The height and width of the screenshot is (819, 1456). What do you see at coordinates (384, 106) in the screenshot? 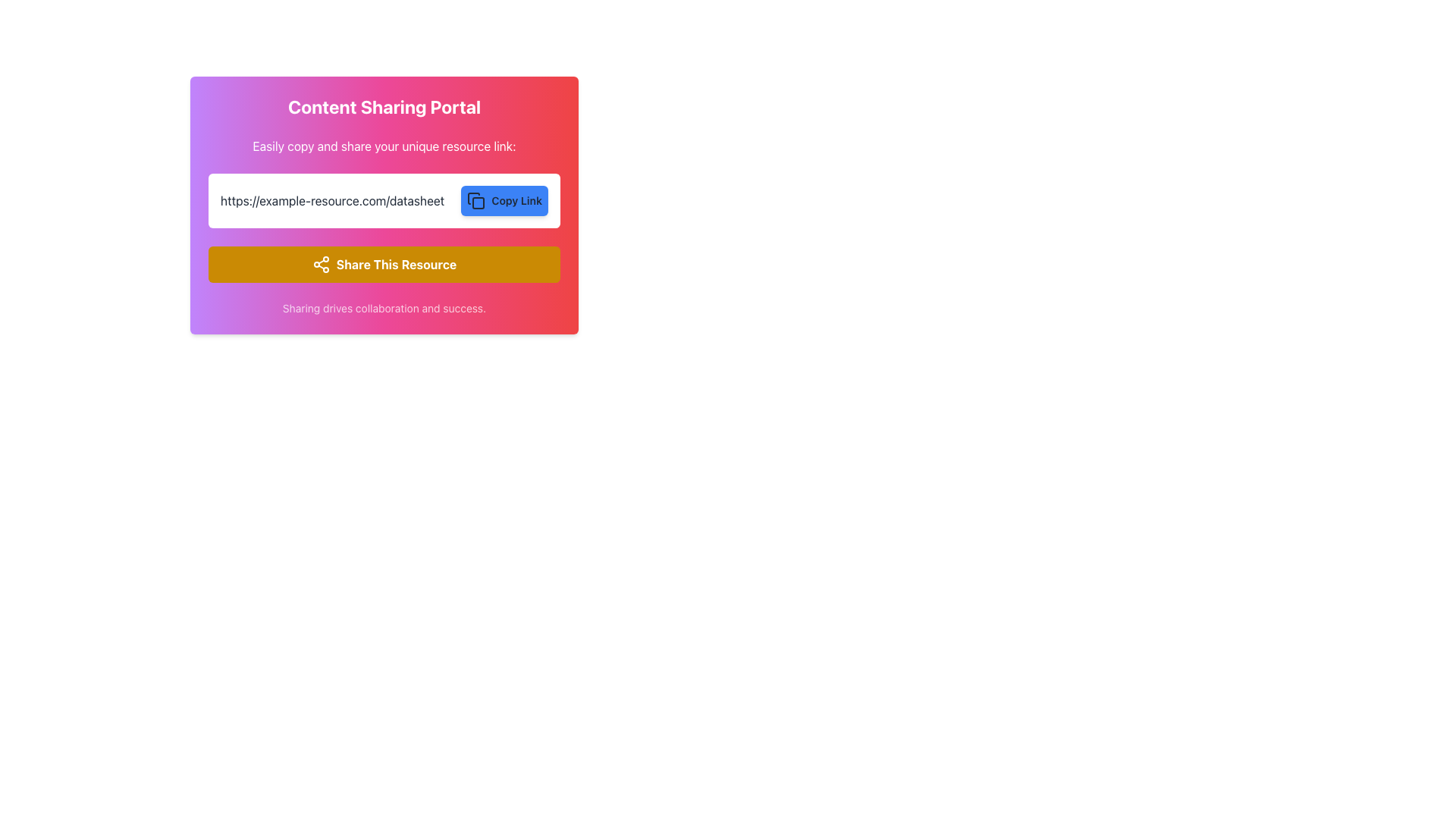
I see `the Heading element that serves as the title for the panel, indicating the primary purpose of the component layout for sharing content` at bounding box center [384, 106].